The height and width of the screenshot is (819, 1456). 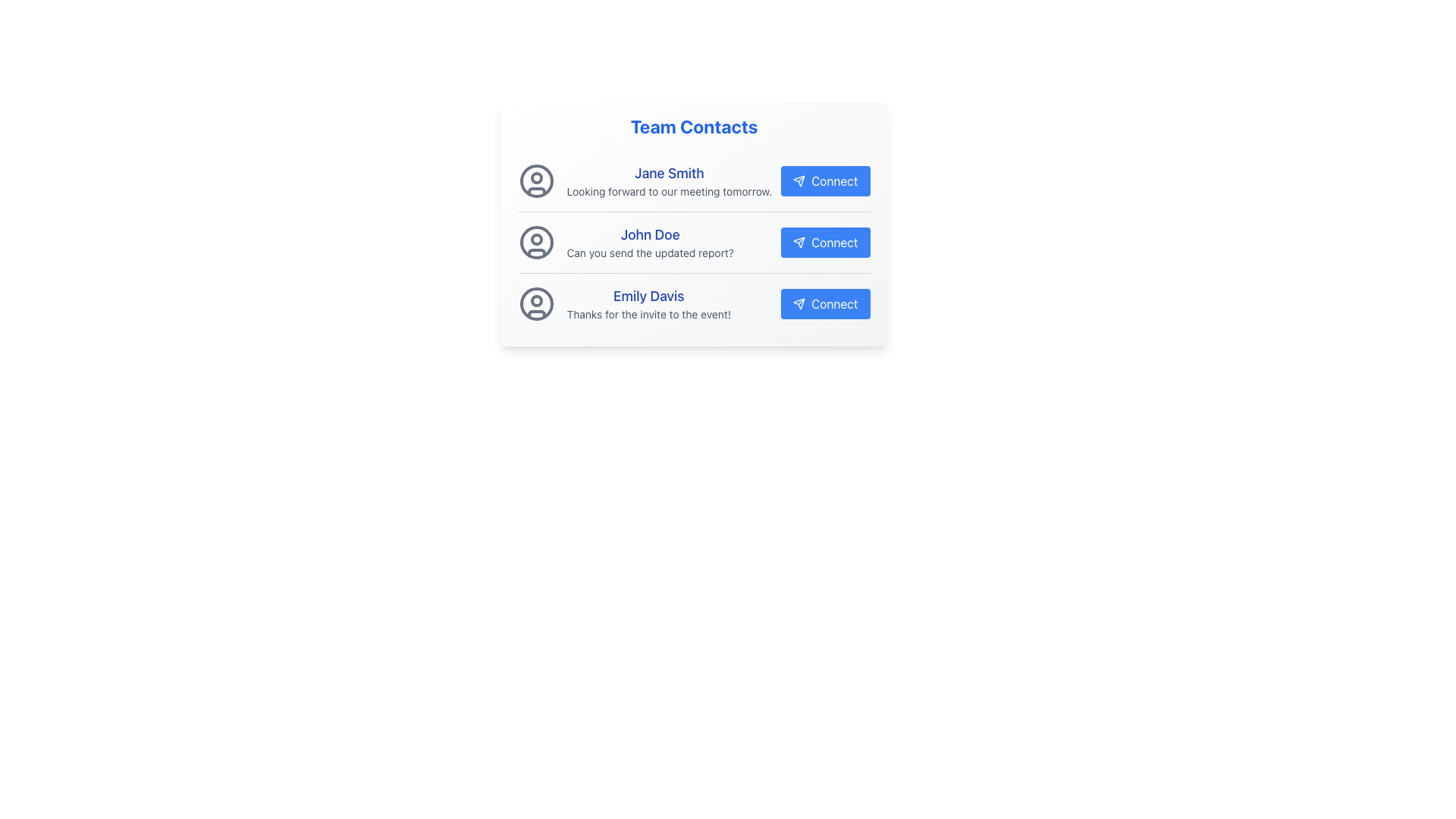 What do you see at coordinates (536, 242) in the screenshot?
I see `the largest circular part of the user icon representing 'John Doe' in the 'Team Contacts' interface` at bounding box center [536, 242].